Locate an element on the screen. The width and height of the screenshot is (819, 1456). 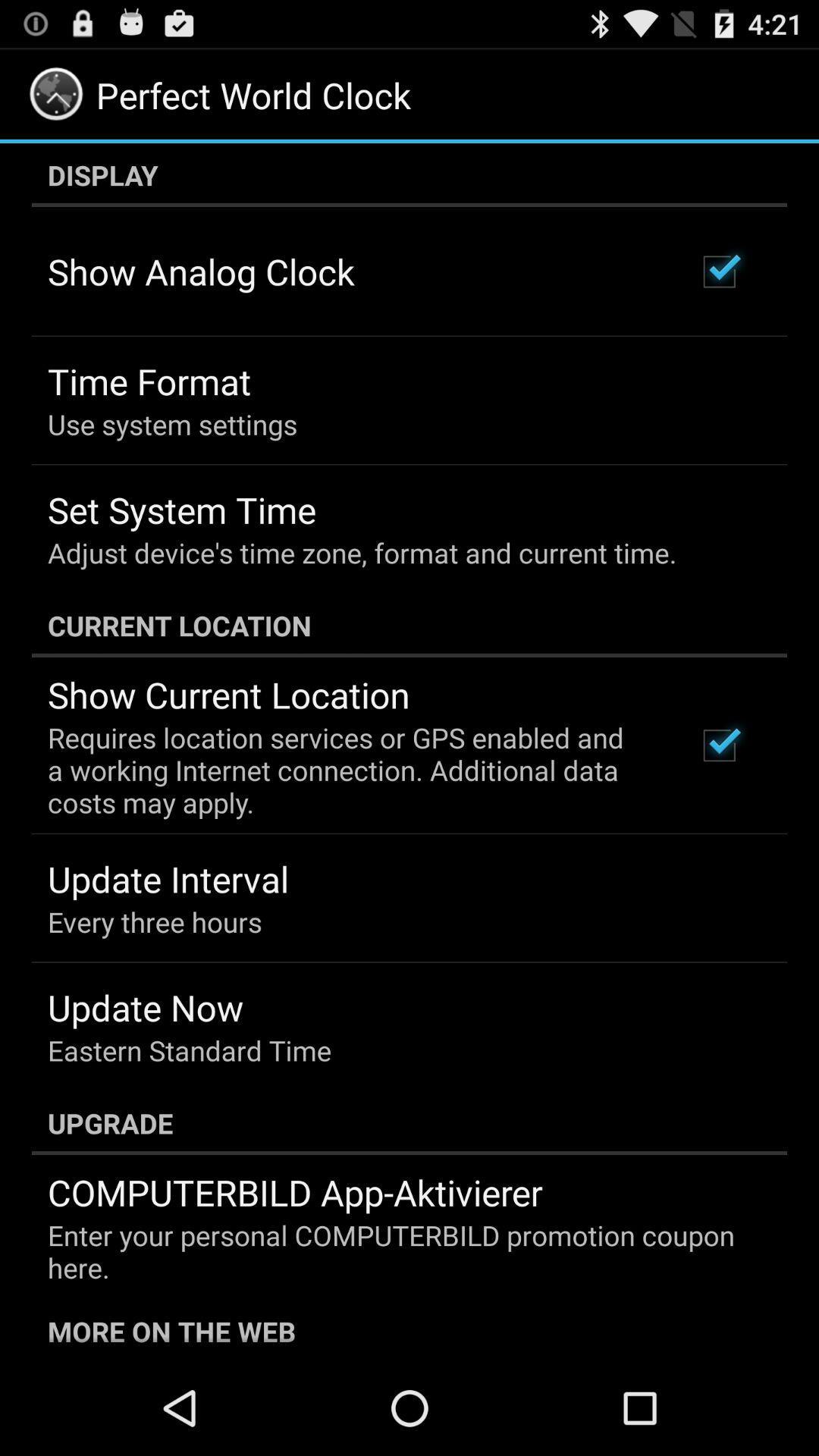
set system time is located at coordinates (180, 510).